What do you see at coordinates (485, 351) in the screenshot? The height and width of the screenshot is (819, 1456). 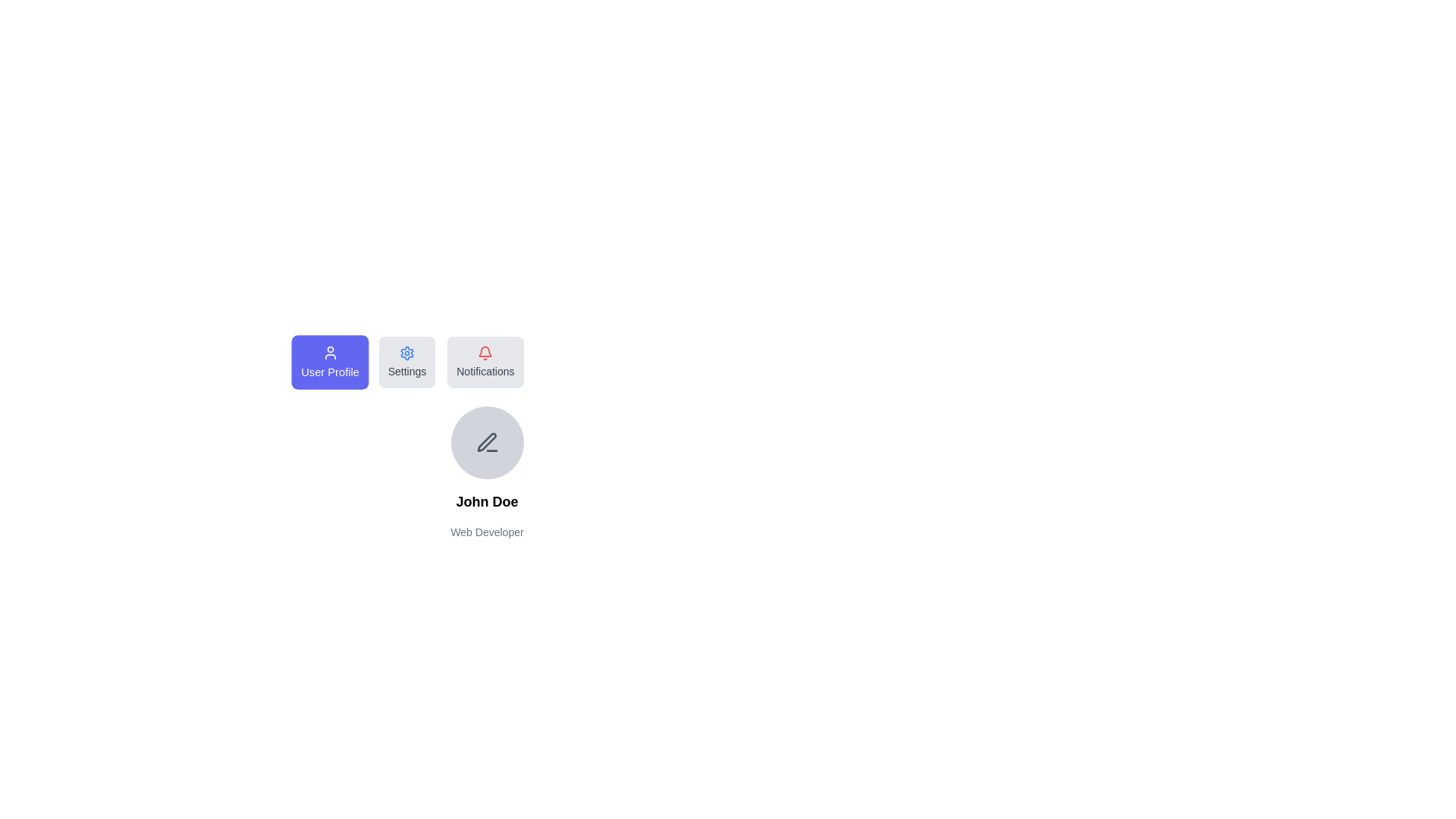 I see `the curved line segment of the bell icon, which is part of the Notifications button located to the right of the Settings icon in the UI` at bounding box center [485, 351].